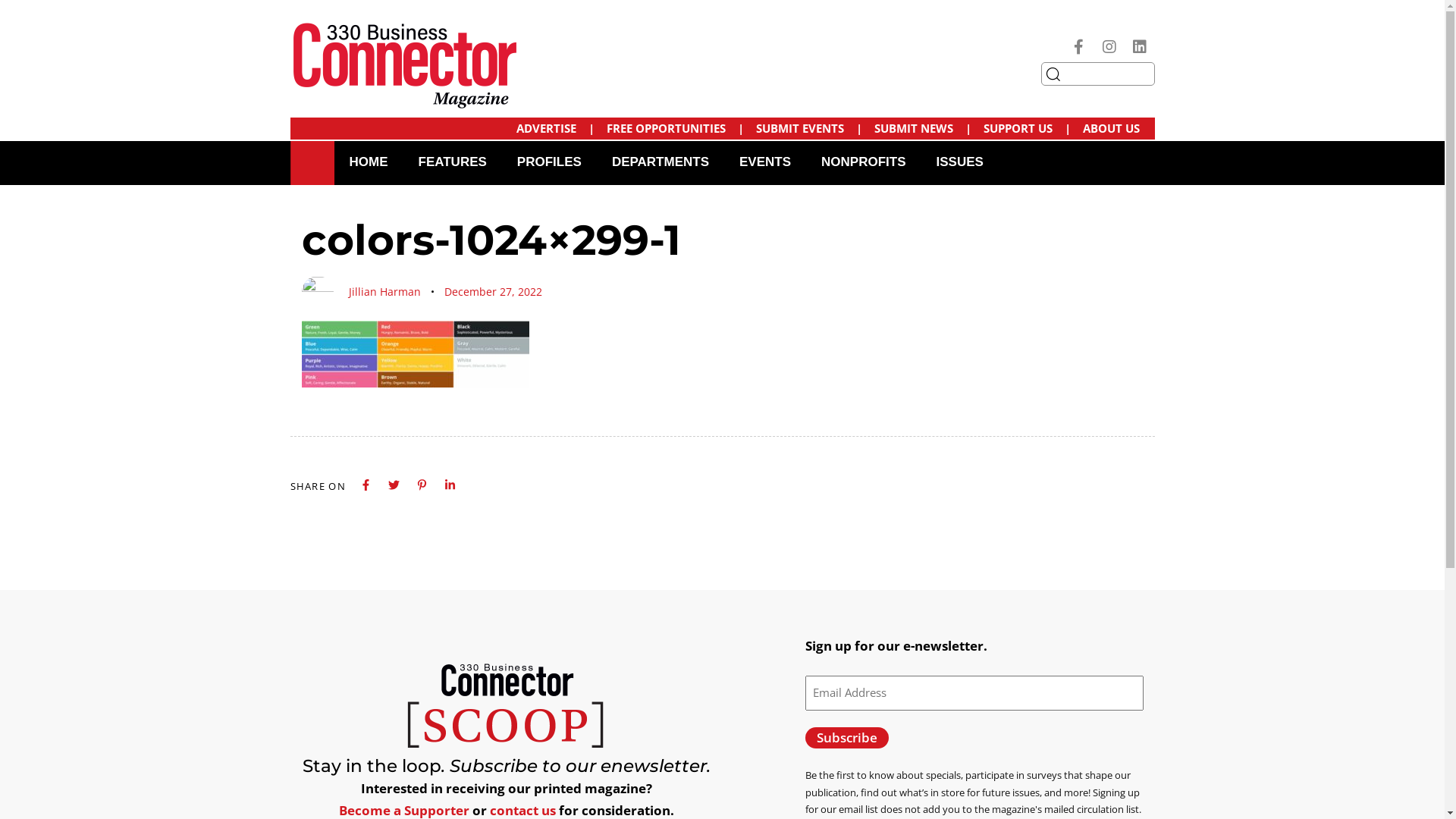  Describe the element at coordinates (807, 127) in the screenshot. I see `'SUBMIT EVENTS    |'` at that location.